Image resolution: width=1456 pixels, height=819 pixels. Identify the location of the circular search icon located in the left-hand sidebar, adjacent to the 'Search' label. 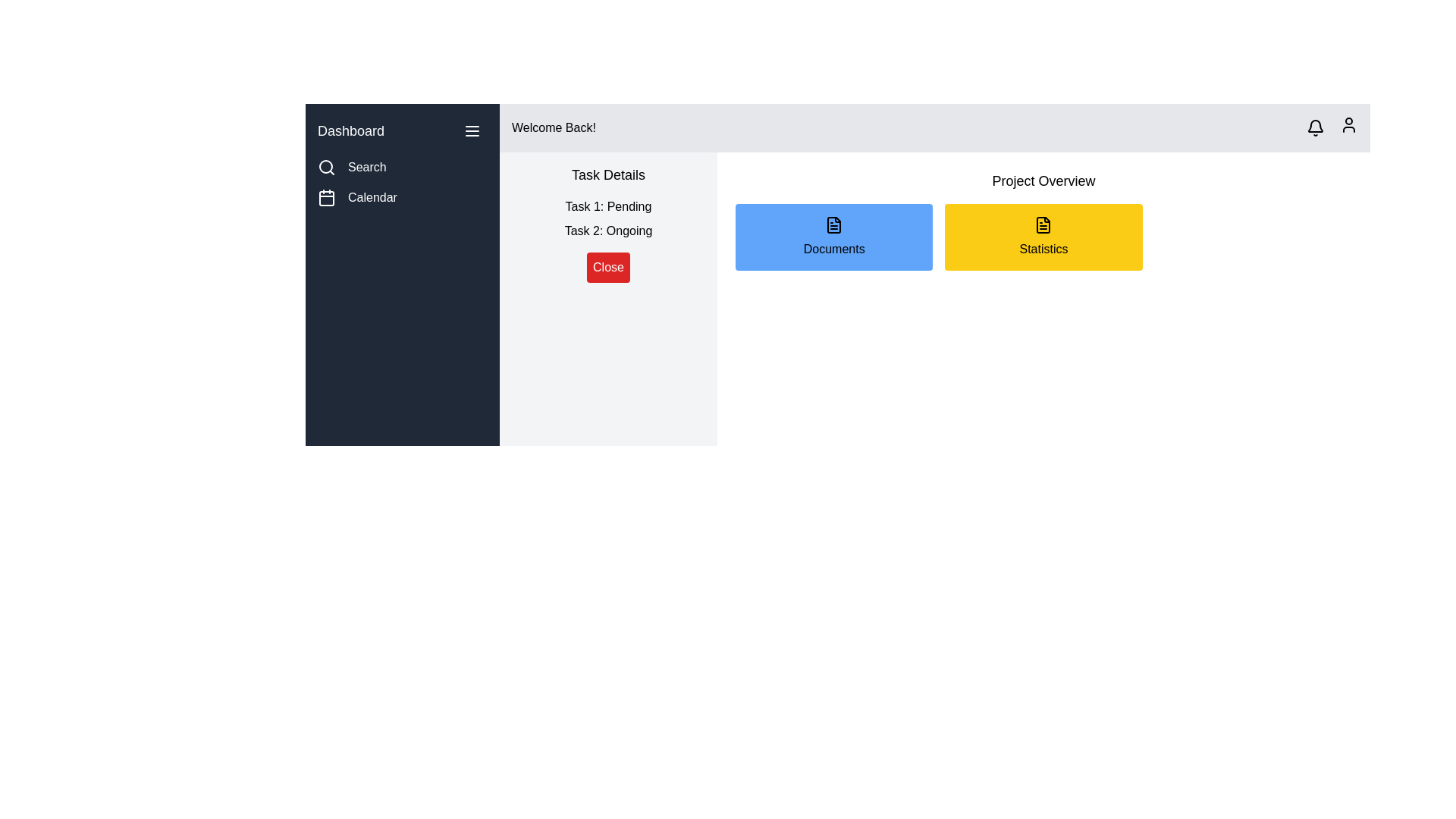
(325, 166).